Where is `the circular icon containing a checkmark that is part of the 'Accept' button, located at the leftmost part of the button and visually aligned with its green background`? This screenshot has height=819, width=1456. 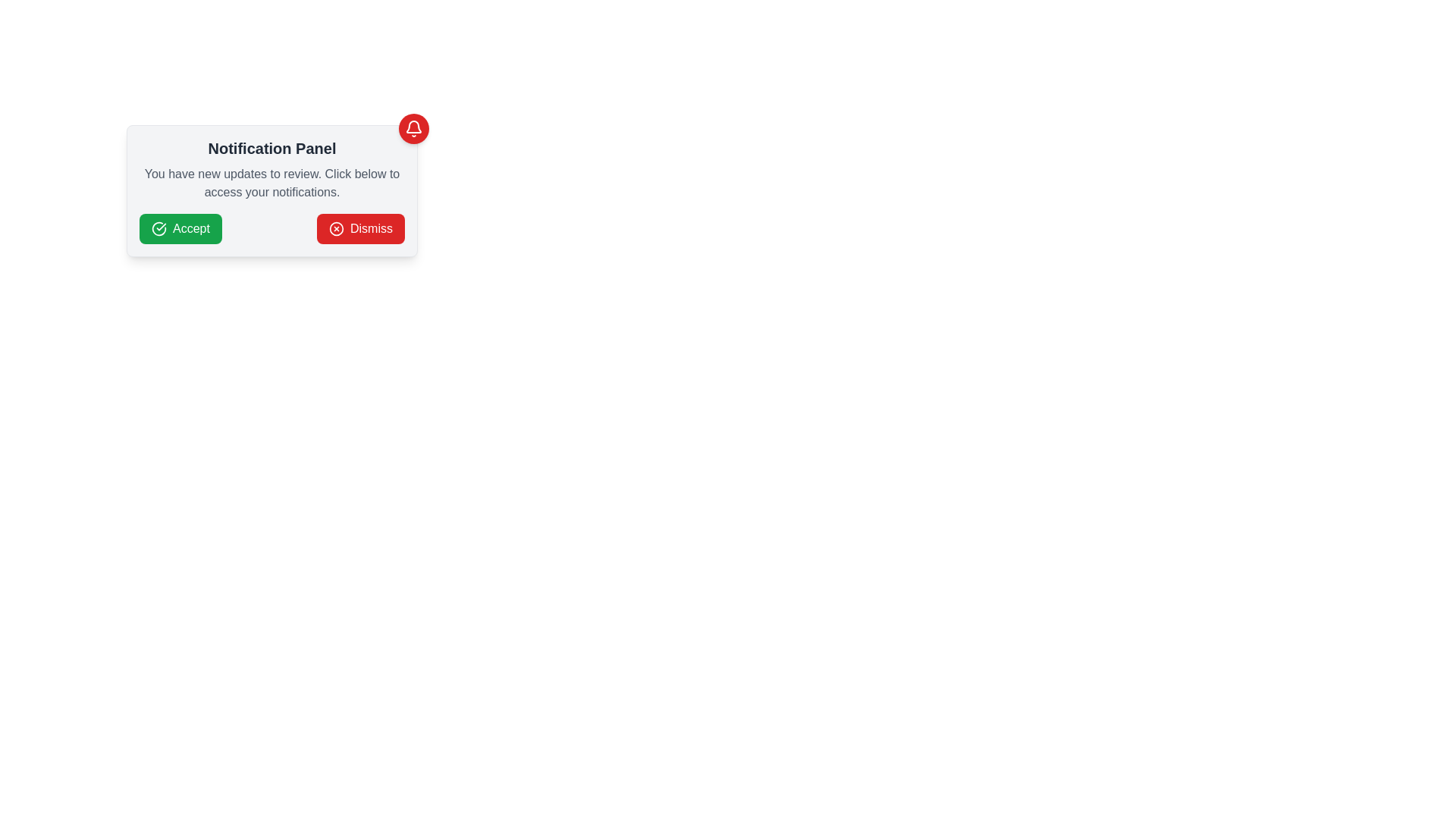 the circular icon containing a checkmark that is part of the 'Accept' button, located at the leftmost part of the button and visually aligned with its green background is located at coordinates (159, 228).